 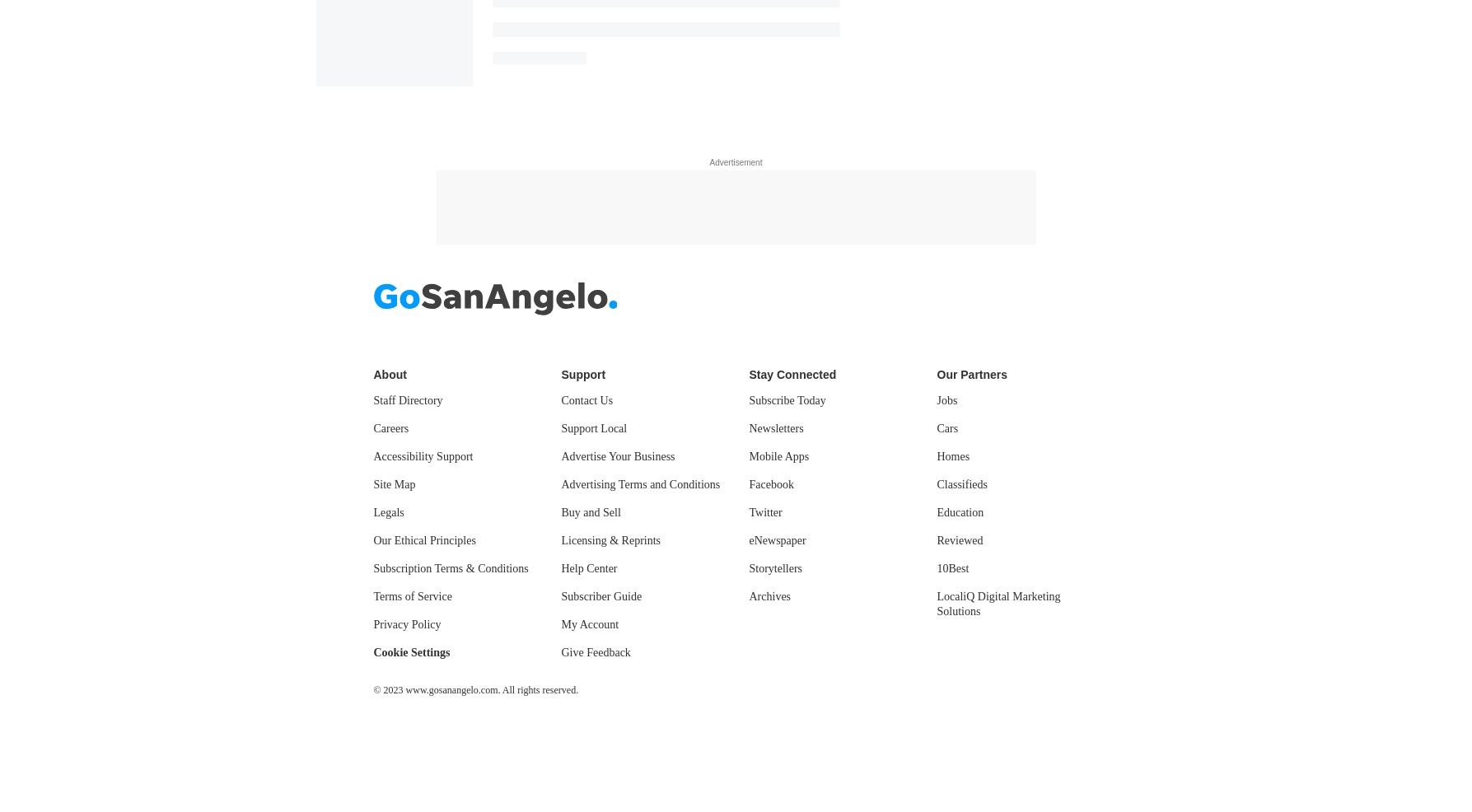 What do you see at coordinates (394, 483) in the screenshot?
I see `'Site Map'` at bounding box center [394, 483].